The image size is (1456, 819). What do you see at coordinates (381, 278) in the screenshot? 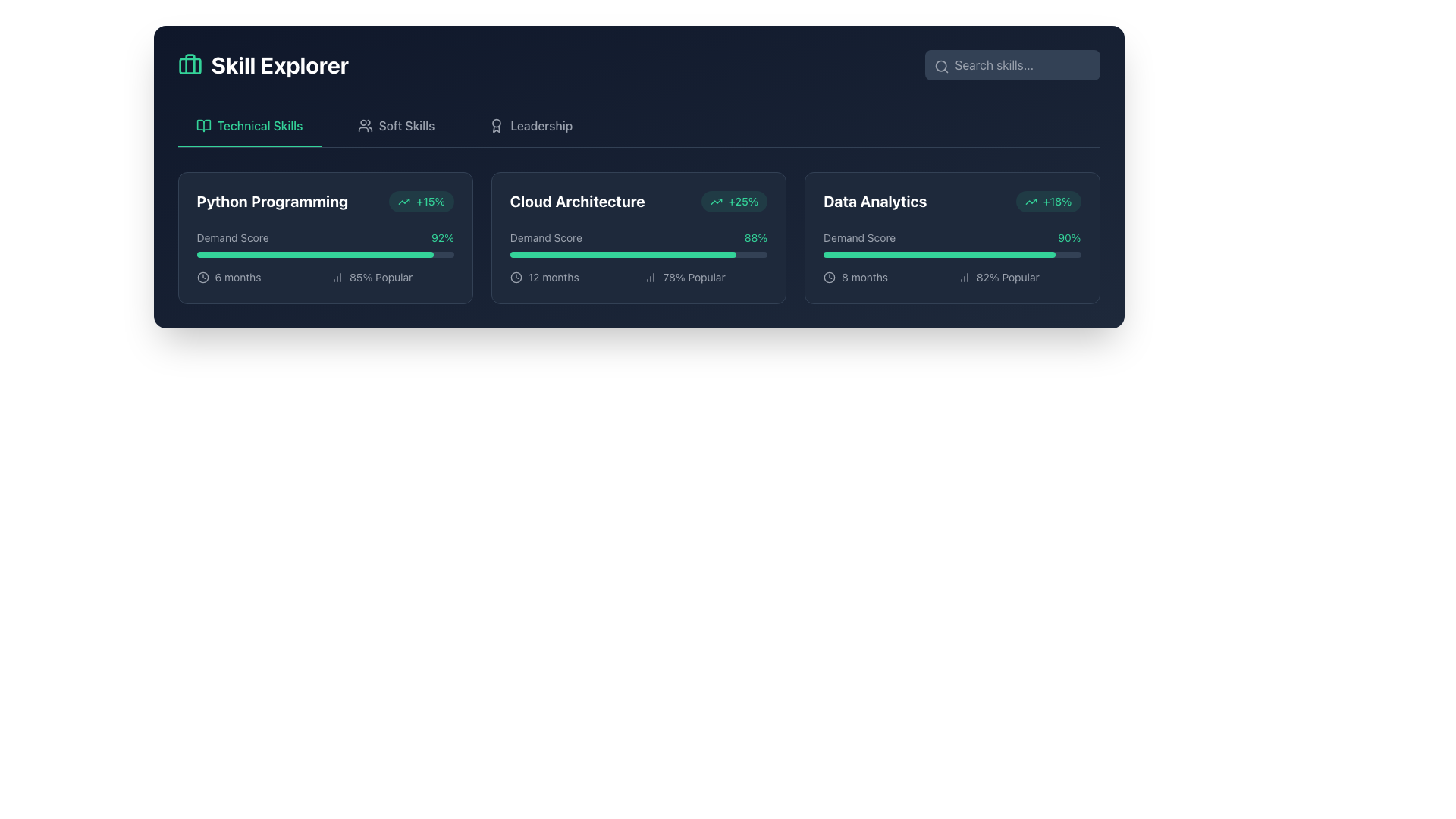
I see `displayed information of the text label showing '85% Popular', which is located in the 'Python Programming' section under the 'Technical Skills' tab, below a progress bar and next to a bar chart icon` at bounding box center [381, 278].